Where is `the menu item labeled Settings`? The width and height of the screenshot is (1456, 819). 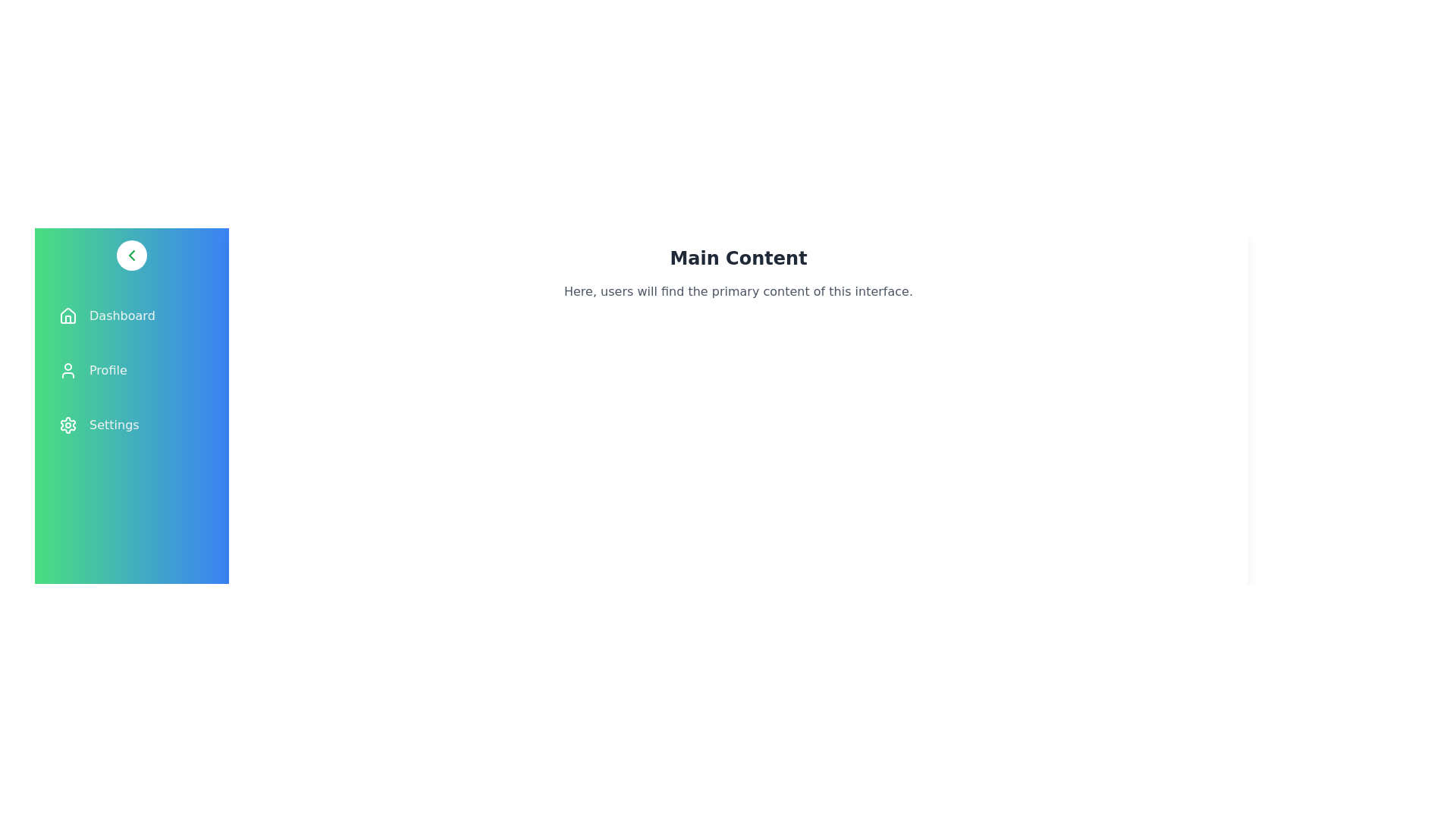
the menu item labeled Settings is located at coordinates (131, 425).